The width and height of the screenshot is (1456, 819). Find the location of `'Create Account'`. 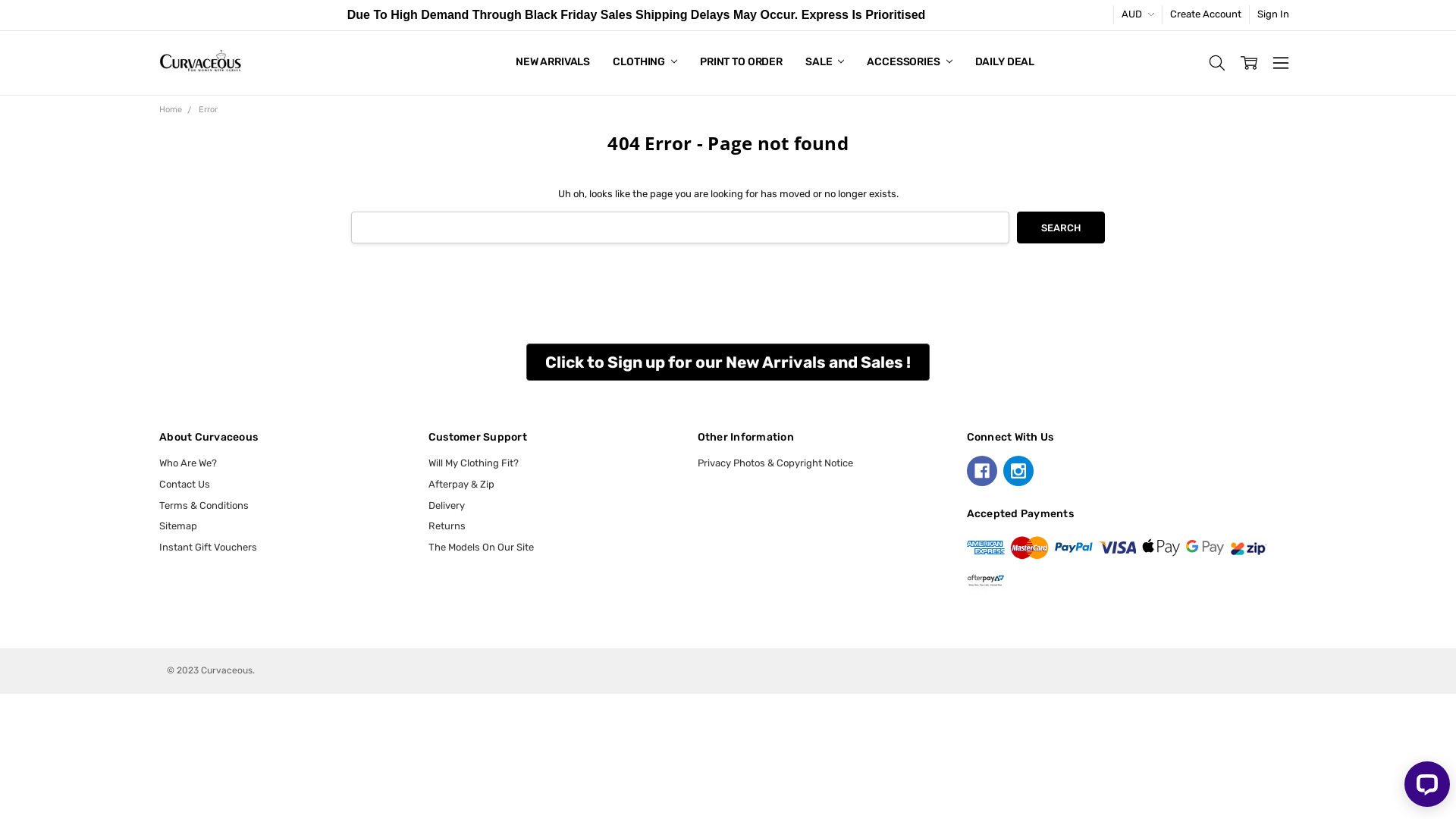

'Create Account' is located at coordinates (1204, 14).